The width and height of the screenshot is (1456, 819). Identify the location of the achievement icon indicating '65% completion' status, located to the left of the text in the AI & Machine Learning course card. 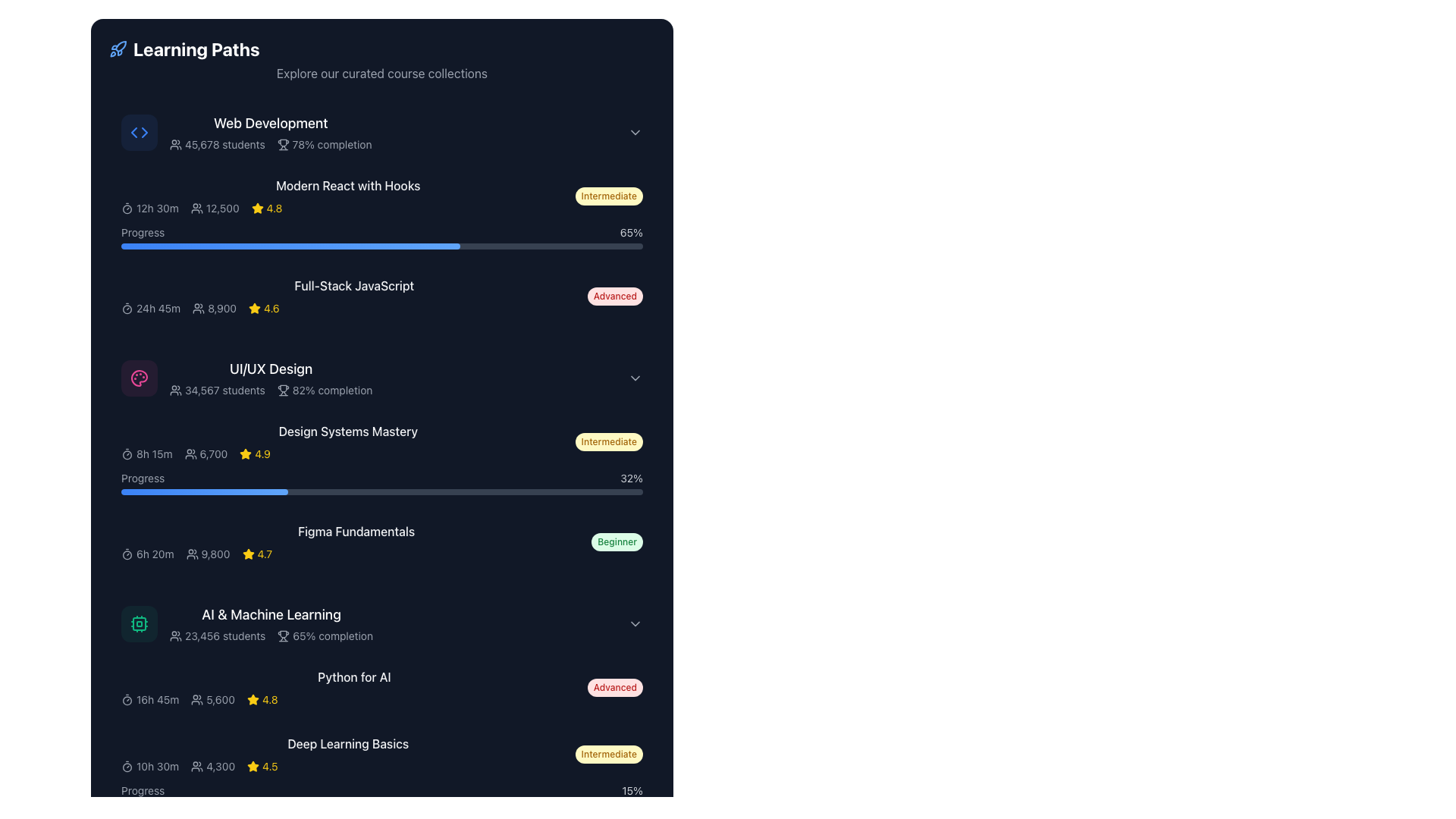
(284, 636).